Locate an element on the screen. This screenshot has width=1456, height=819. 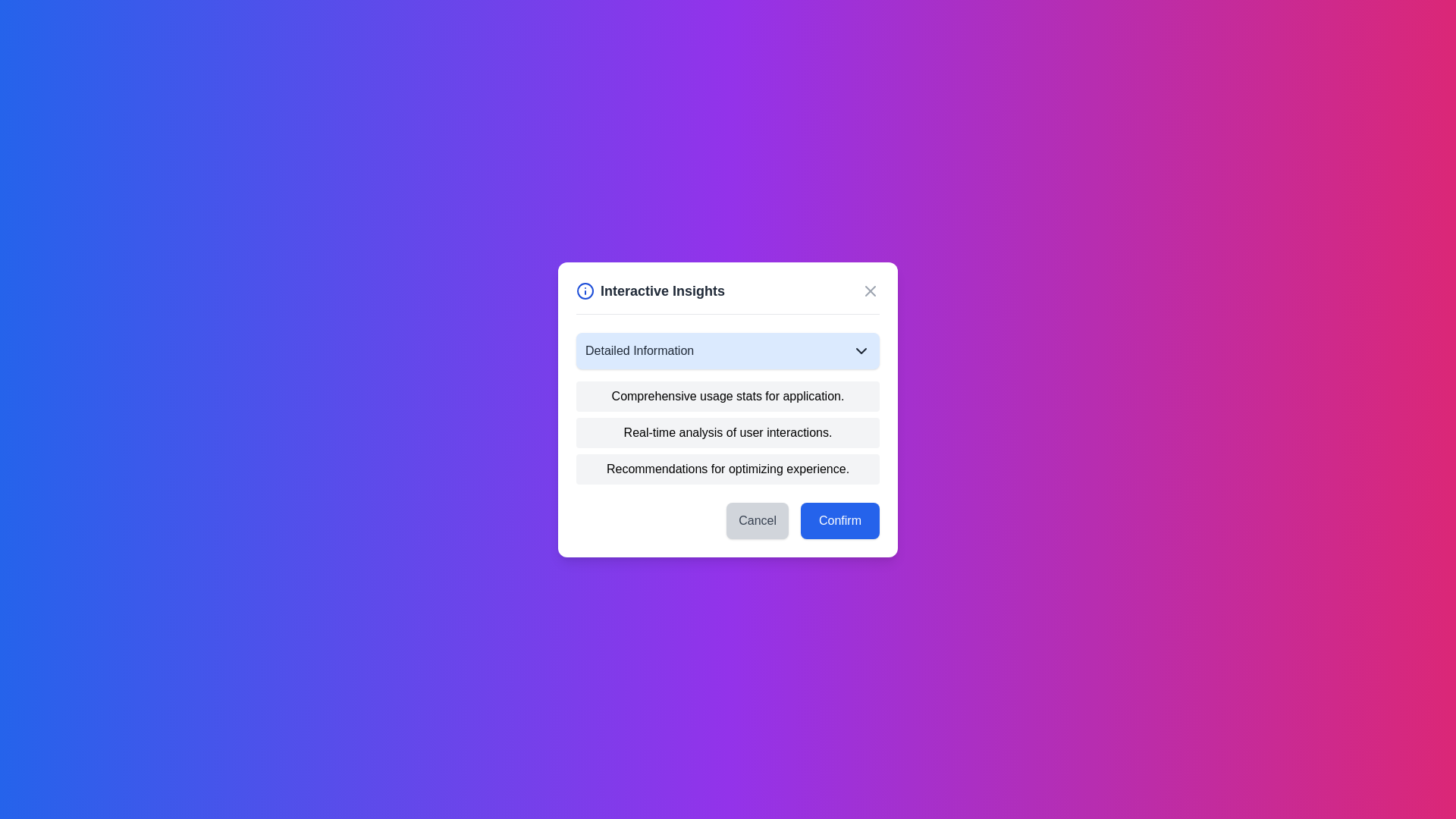
the SVG circle element that is part of the informational icon in the top-left corner of the dialog box is located at coordinates (585, 290).